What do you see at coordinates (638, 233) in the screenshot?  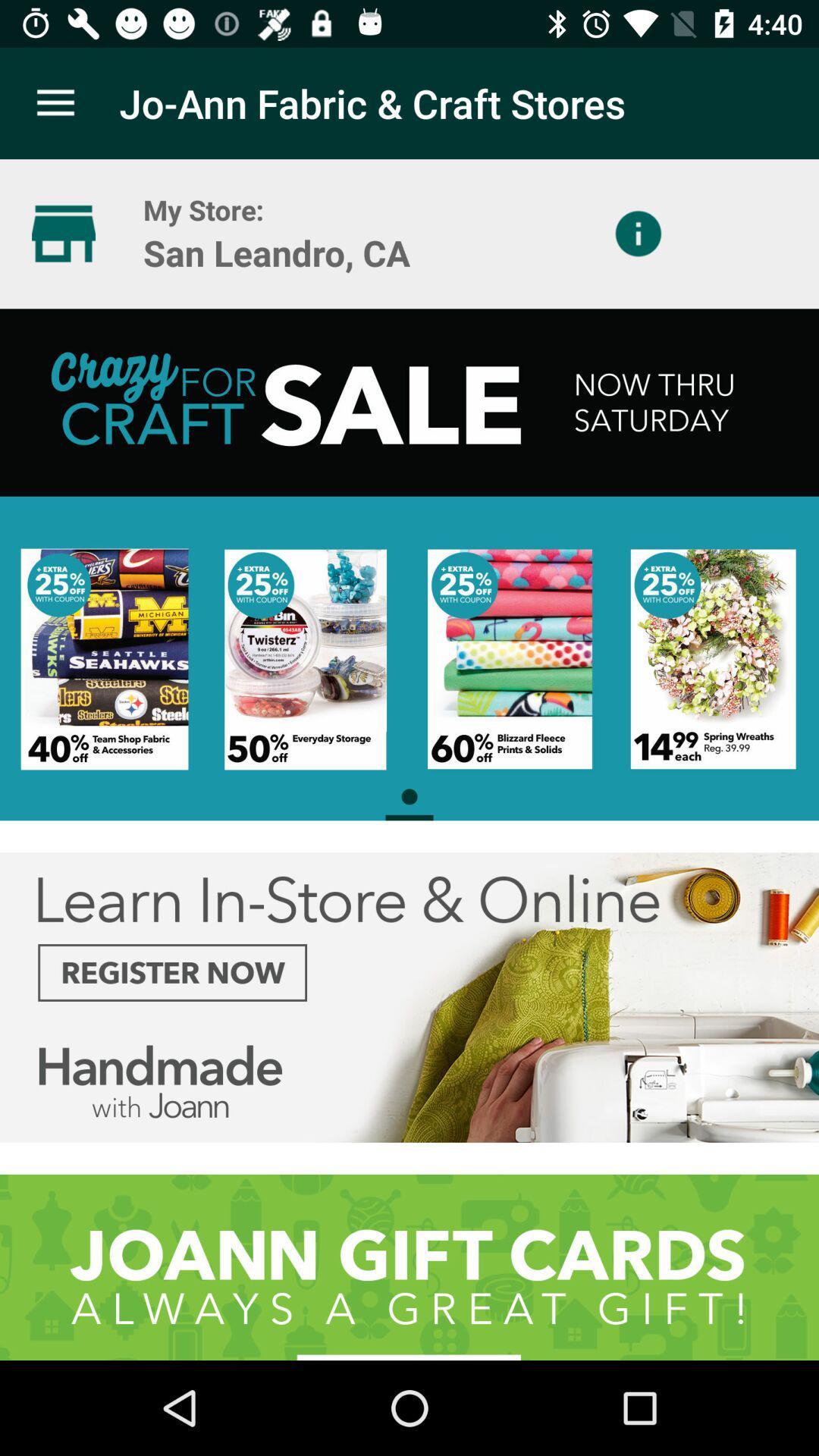 I see `icon at the top right corner` at bounding box center [638, 233].